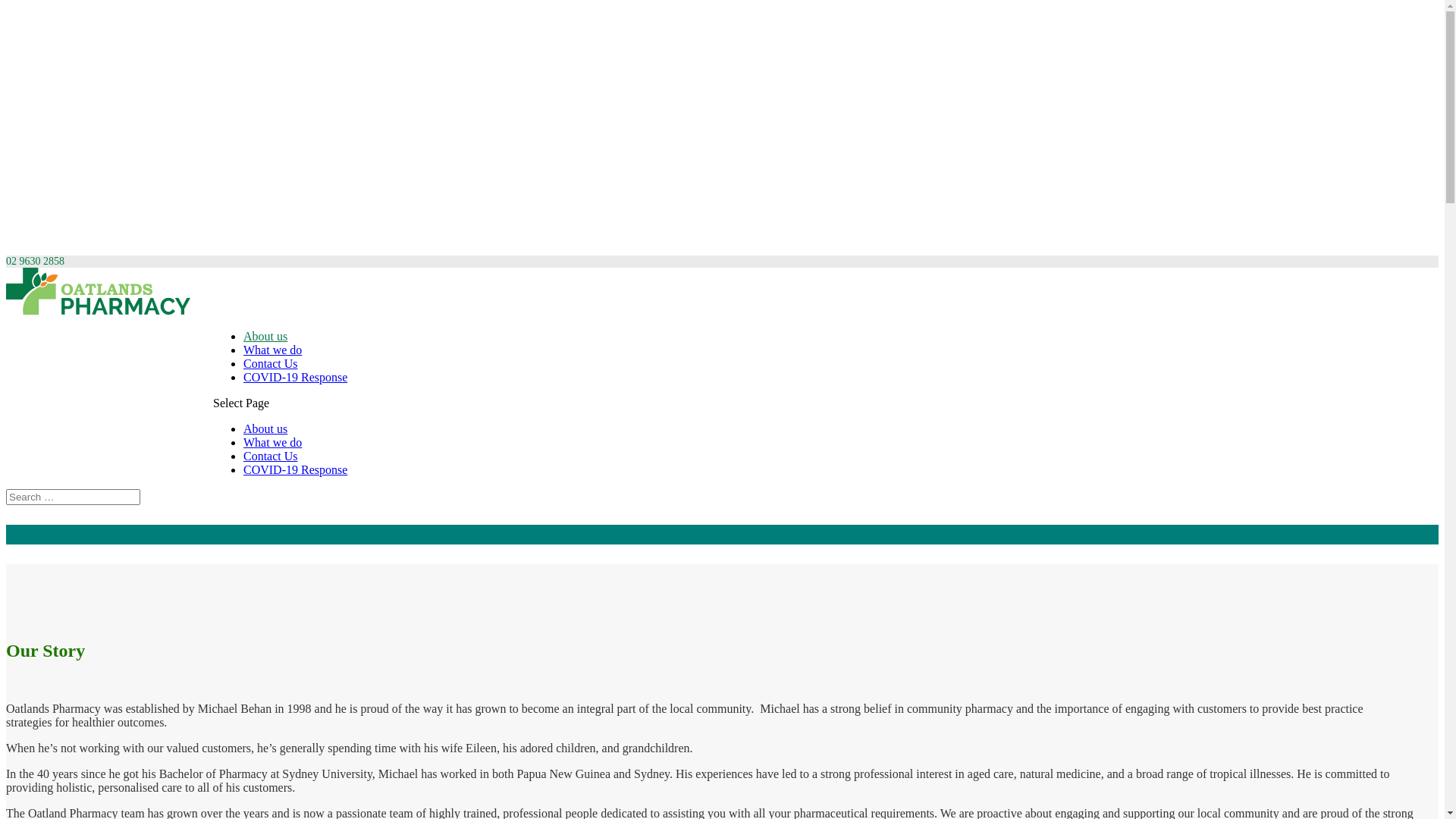 This screenshot has height=819, width=1456. What do you see at coordinates (72, 497) in the screenshot?
I see `'Search for:'` at bounding box center [72, 497].